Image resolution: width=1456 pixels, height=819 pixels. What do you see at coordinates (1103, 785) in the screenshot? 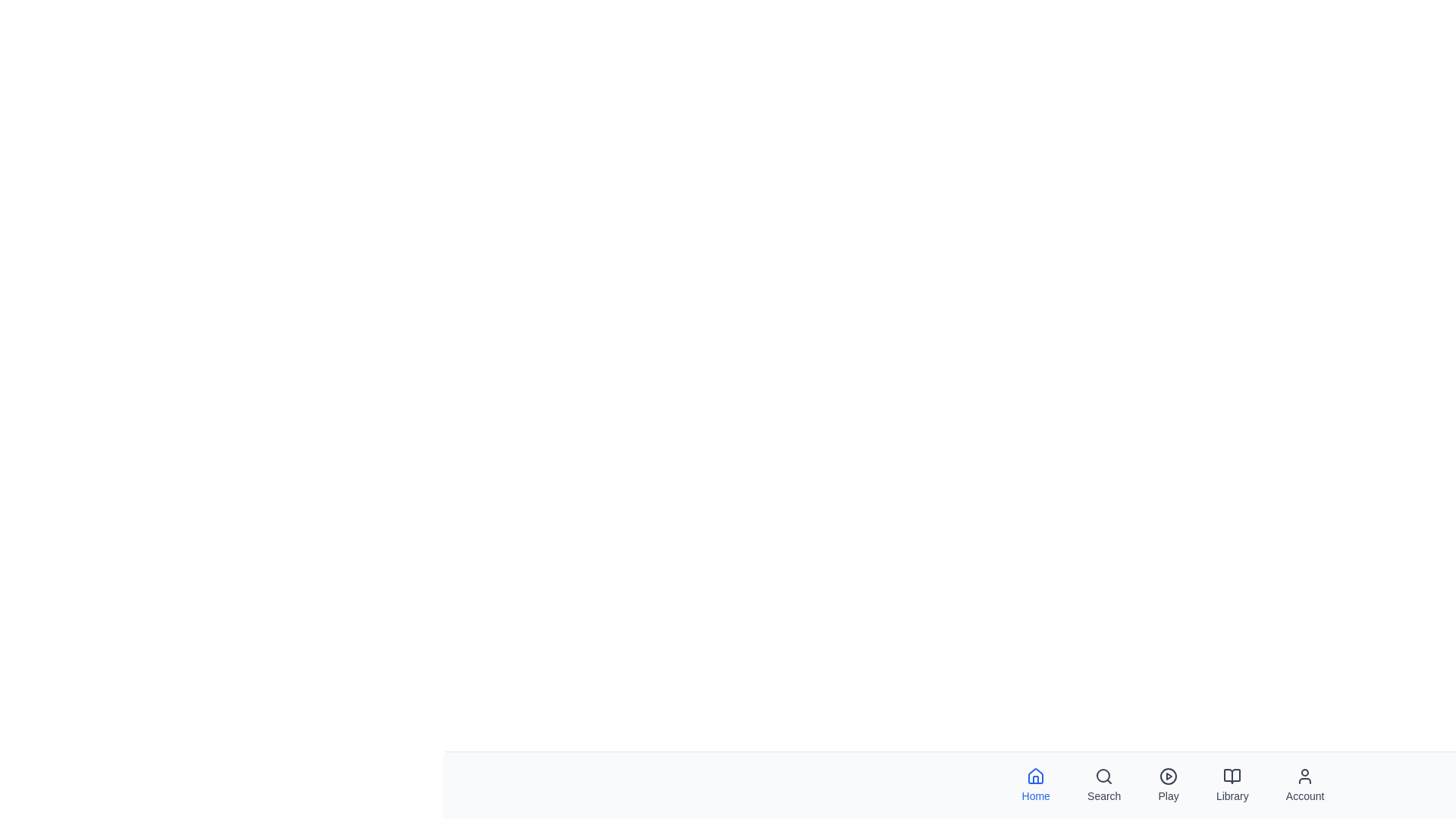
I see `the Search tab to observe its visual feedback` at bounding box center [1103, 785].